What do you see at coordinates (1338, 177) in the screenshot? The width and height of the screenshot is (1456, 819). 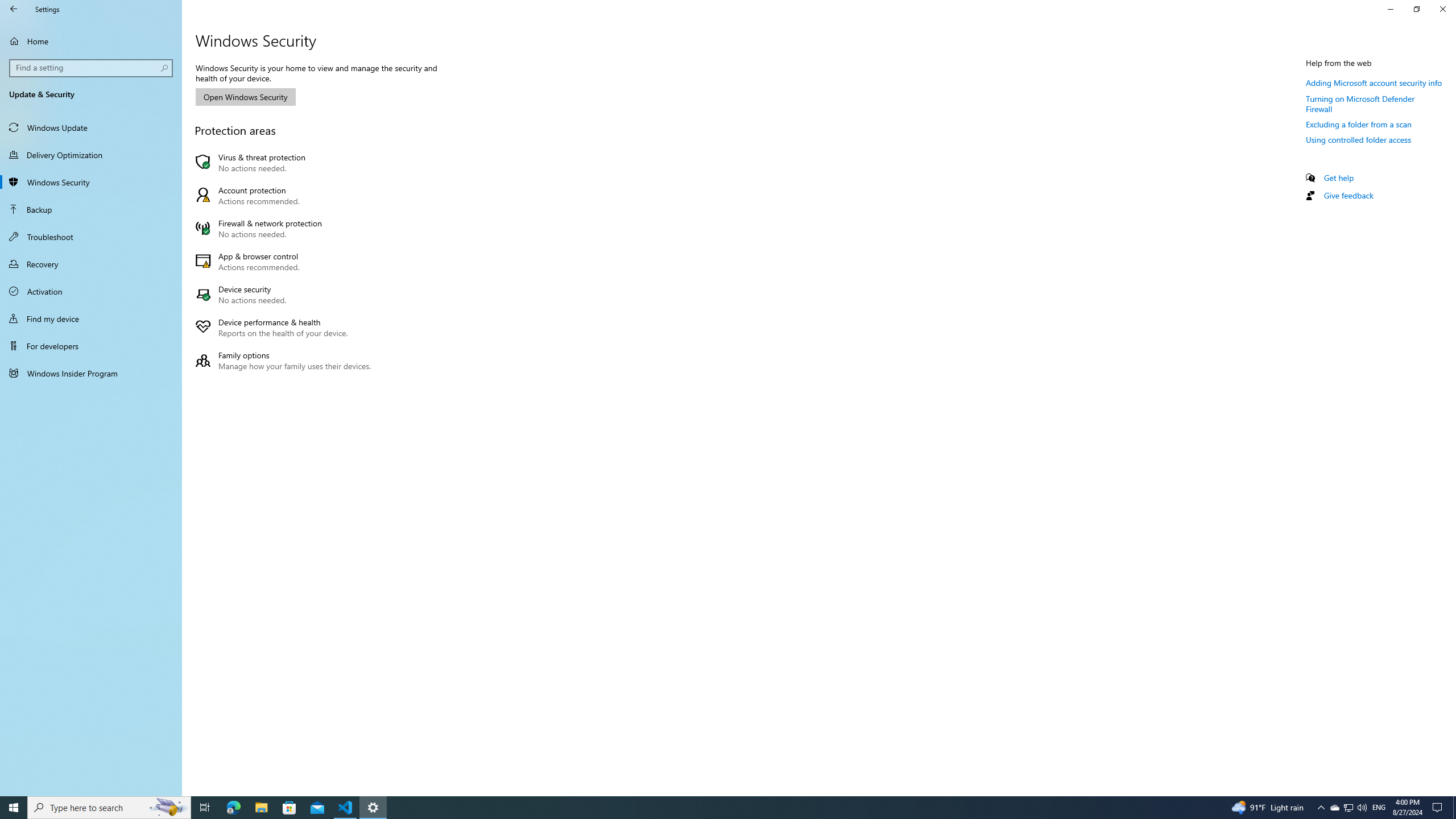 I see `'Get help'` at bounding box center [1338, 177].